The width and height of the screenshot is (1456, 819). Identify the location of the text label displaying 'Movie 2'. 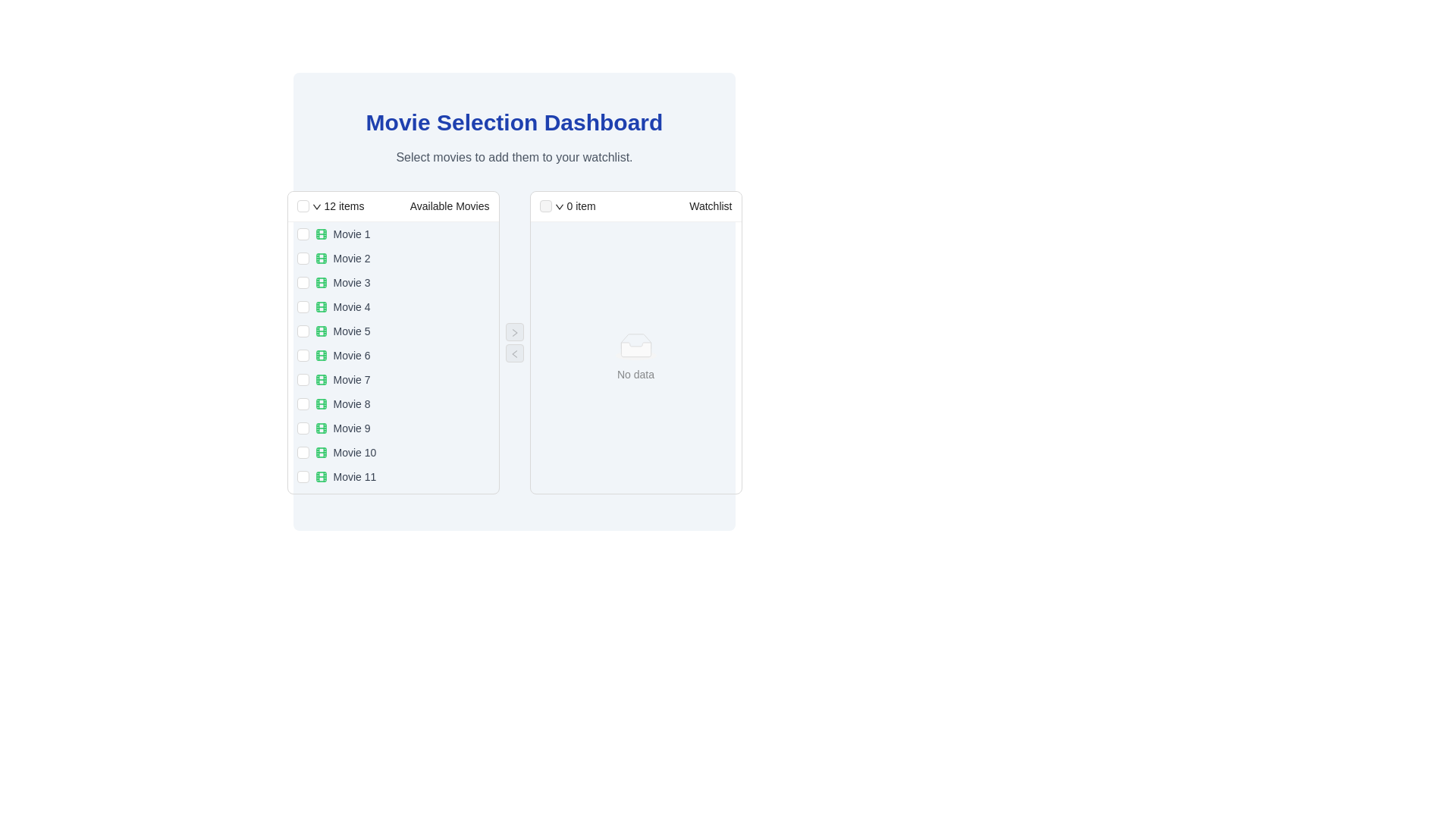
(351, 257).